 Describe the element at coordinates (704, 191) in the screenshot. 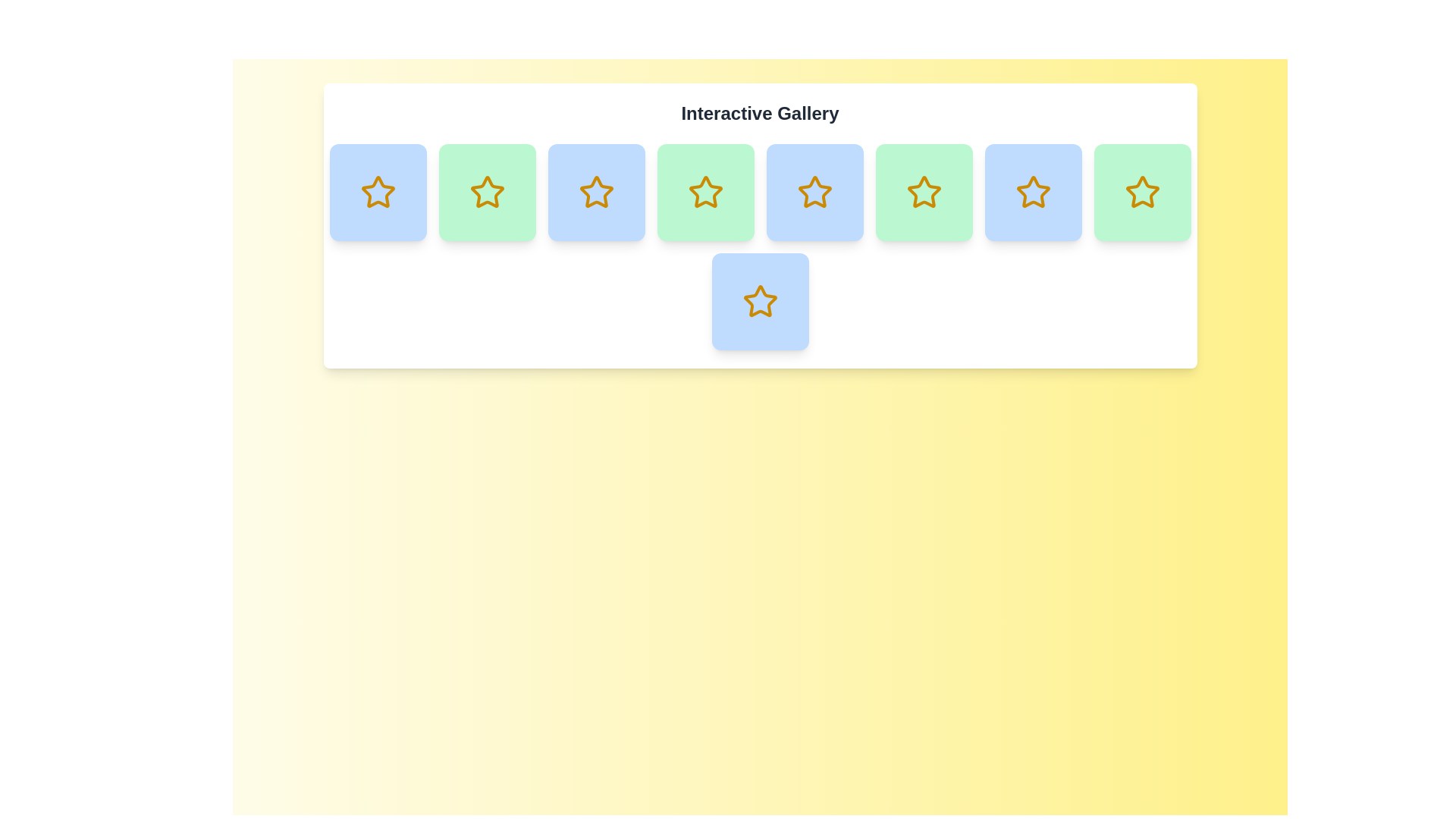

I see `the star-shaped icon with a yellow-orange border, located in the third position of the gallery` at that location.